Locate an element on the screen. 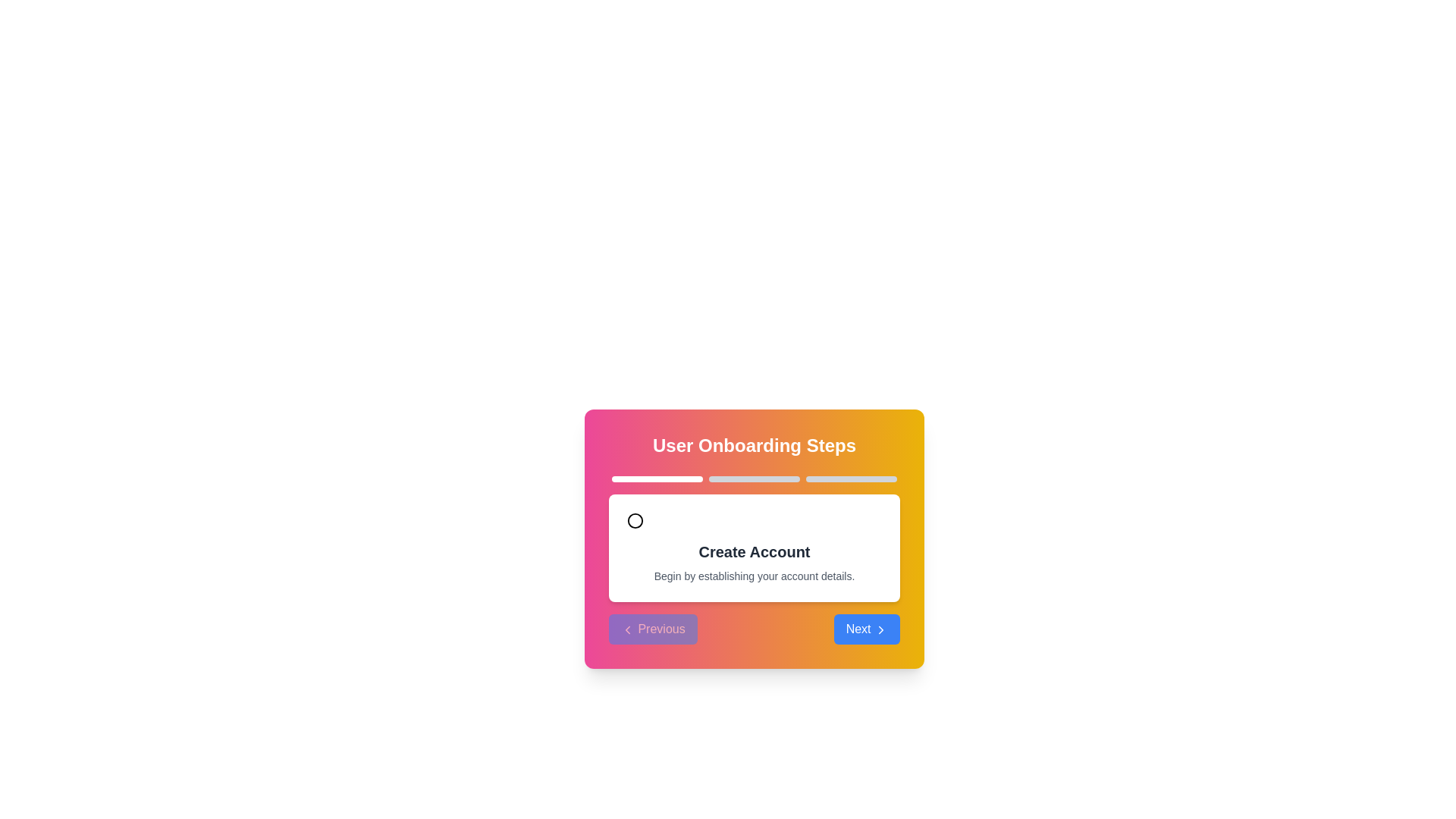 This screenshot has height=819, width=1456. the 'Previous' button with a purple gradient background and white text is located at coordinates (653, 629).